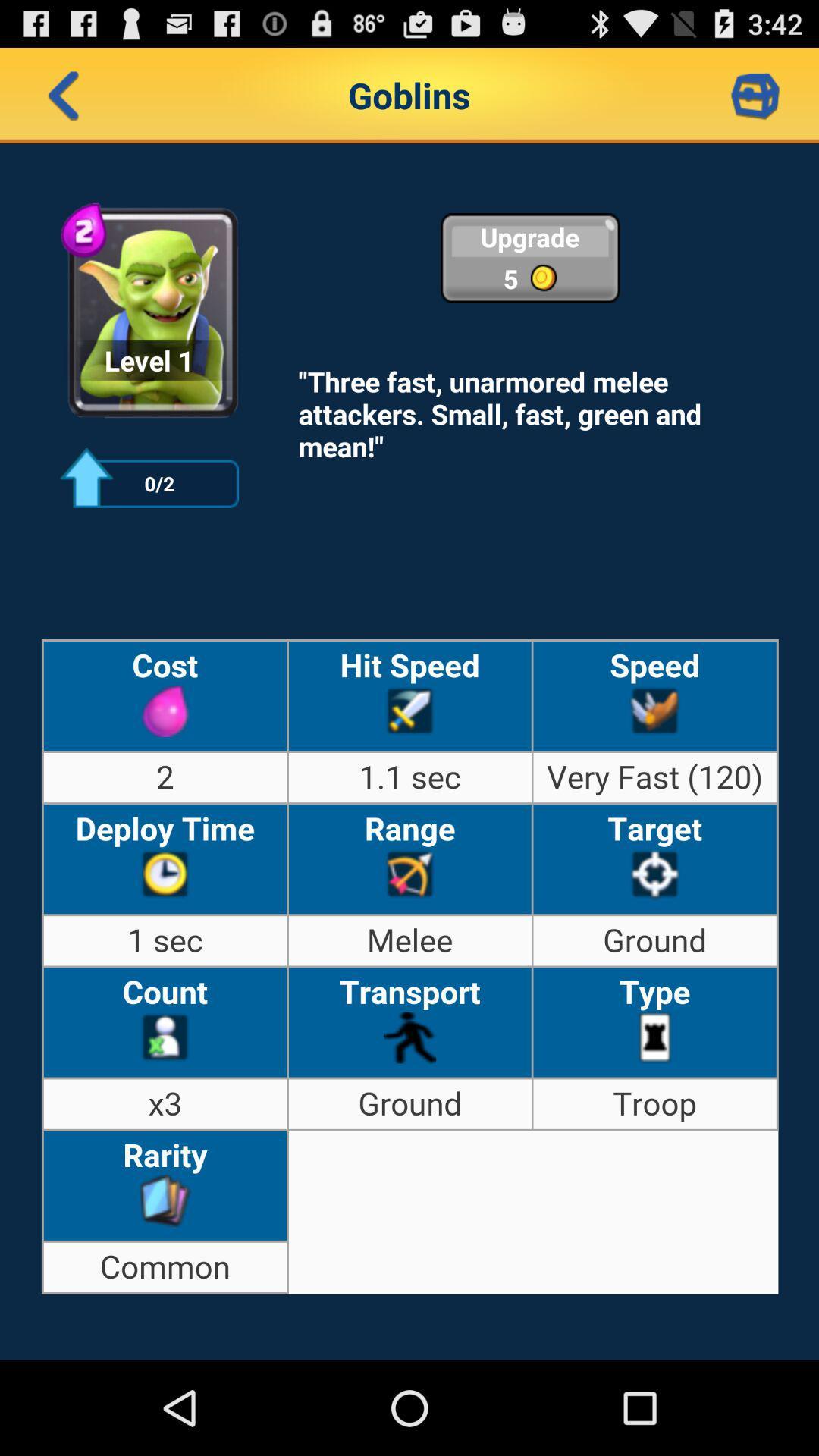 The width and height of the screenshot is (819, 1456). I want to click on go back, so click(63, 94).